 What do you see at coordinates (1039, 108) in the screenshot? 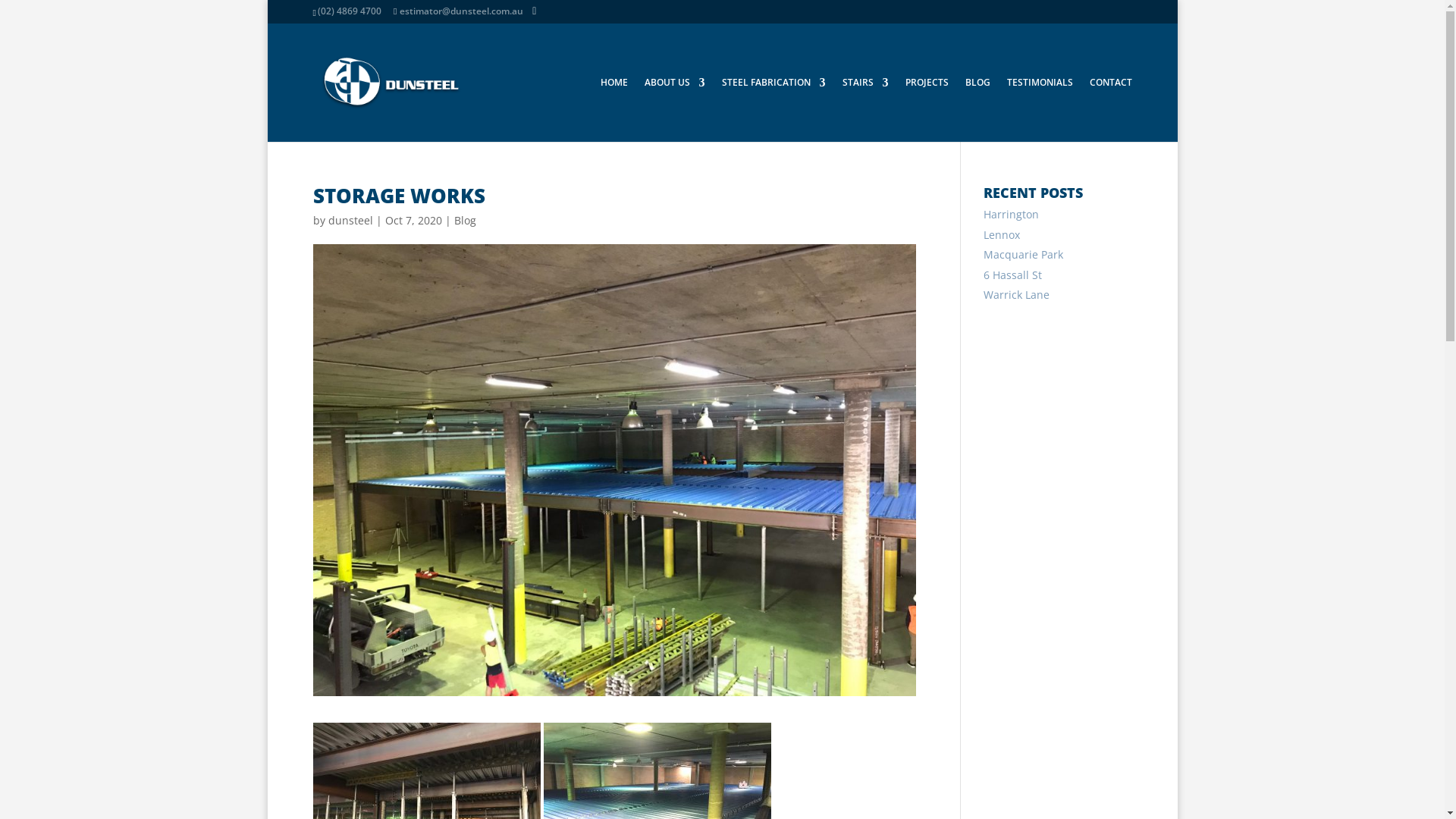
I see `'TESTIMONIALS'` at bounding box center [1039, 108].